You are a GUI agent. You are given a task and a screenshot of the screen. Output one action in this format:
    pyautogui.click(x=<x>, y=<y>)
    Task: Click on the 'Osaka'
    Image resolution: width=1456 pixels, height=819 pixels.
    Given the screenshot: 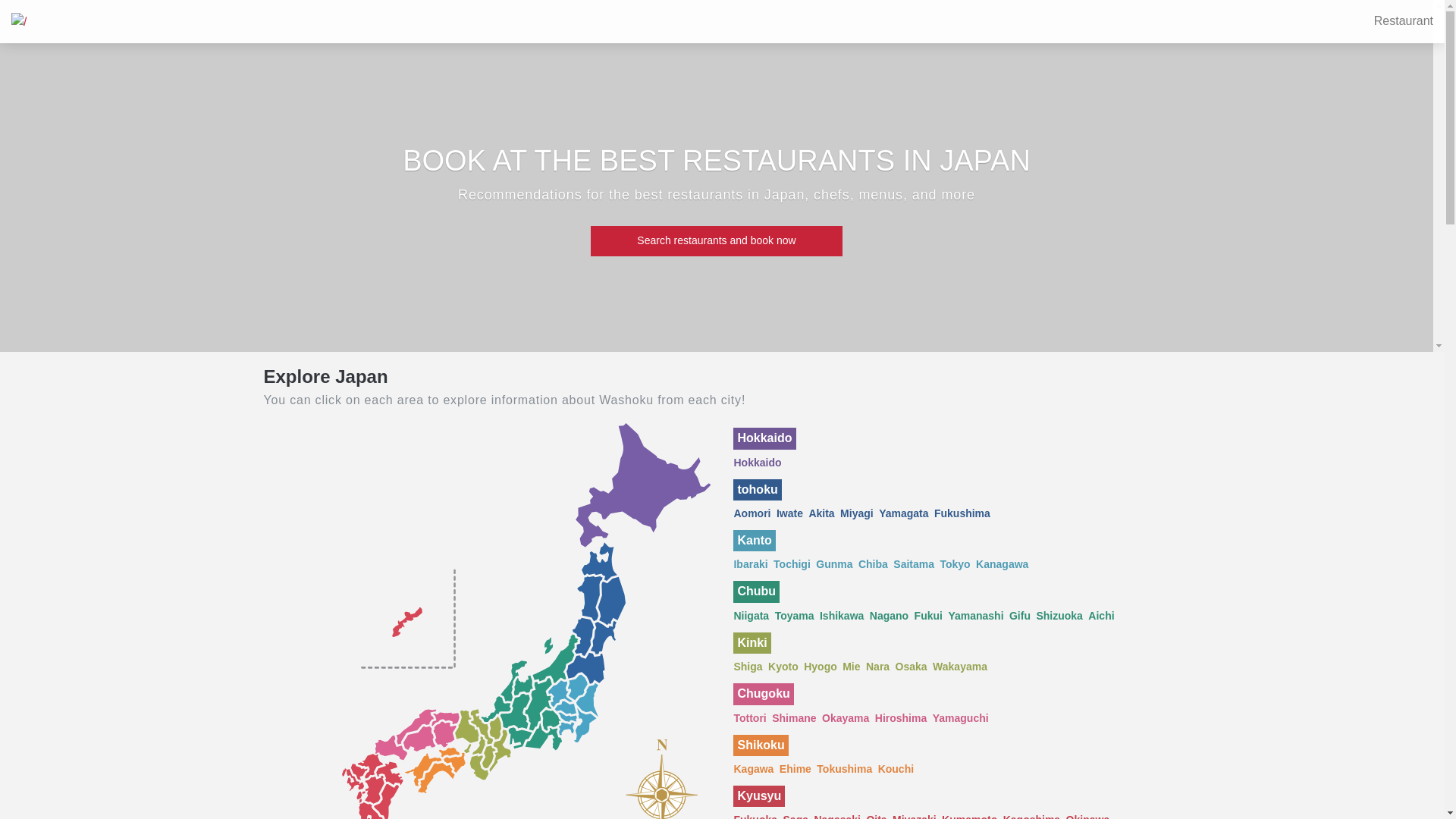 What is the action you would take?
    pyautogui.click(x=895, y=666)
    